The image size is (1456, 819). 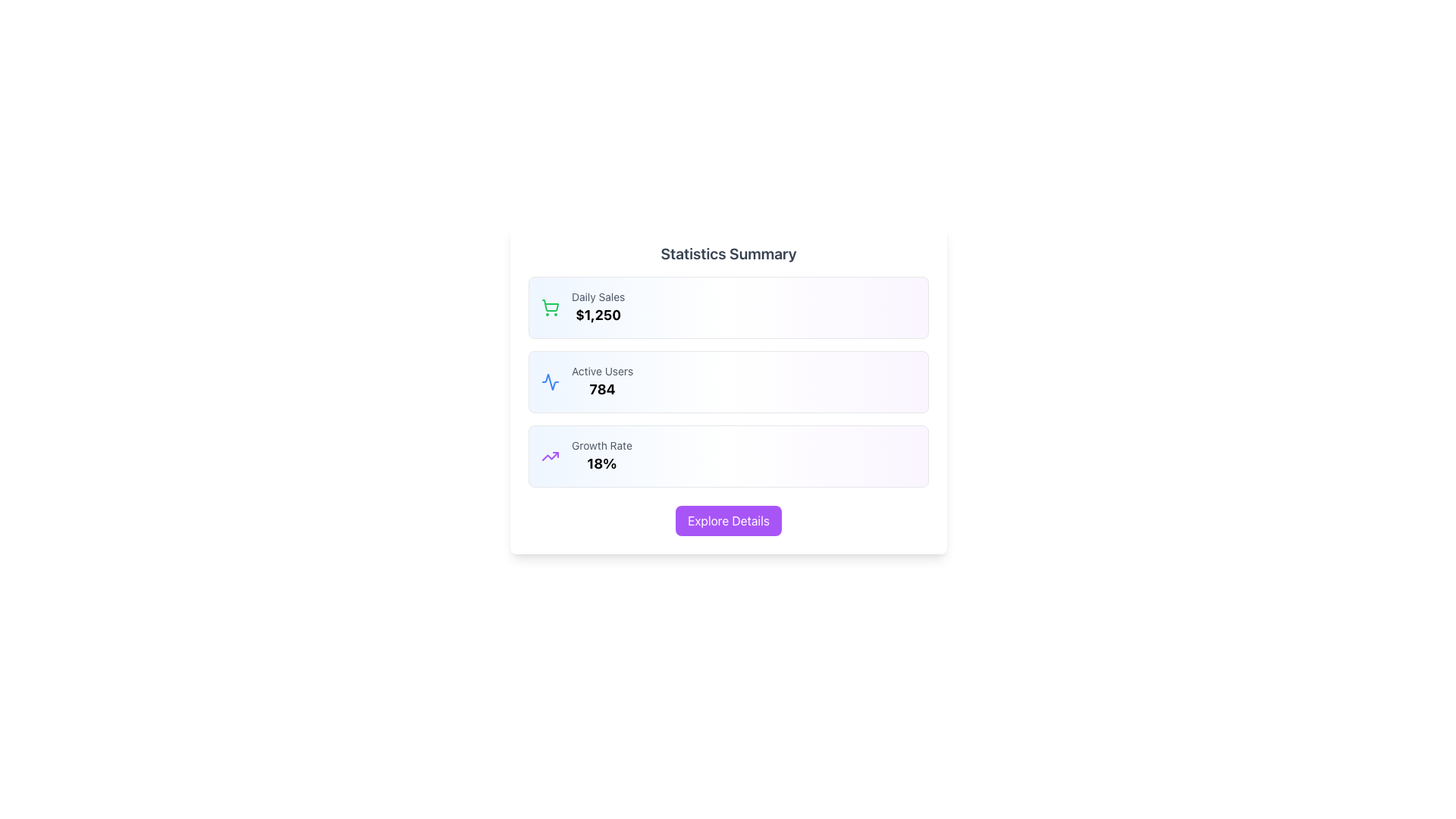 What do you see at coordinates (549, 307) in the screenshot?
I see `the ornamental shopping cart icon located at the top-left corner of the 'Daily Sales' panel, which visually represents sales statistics but is non-interactive` at bounding box center [549, 307].